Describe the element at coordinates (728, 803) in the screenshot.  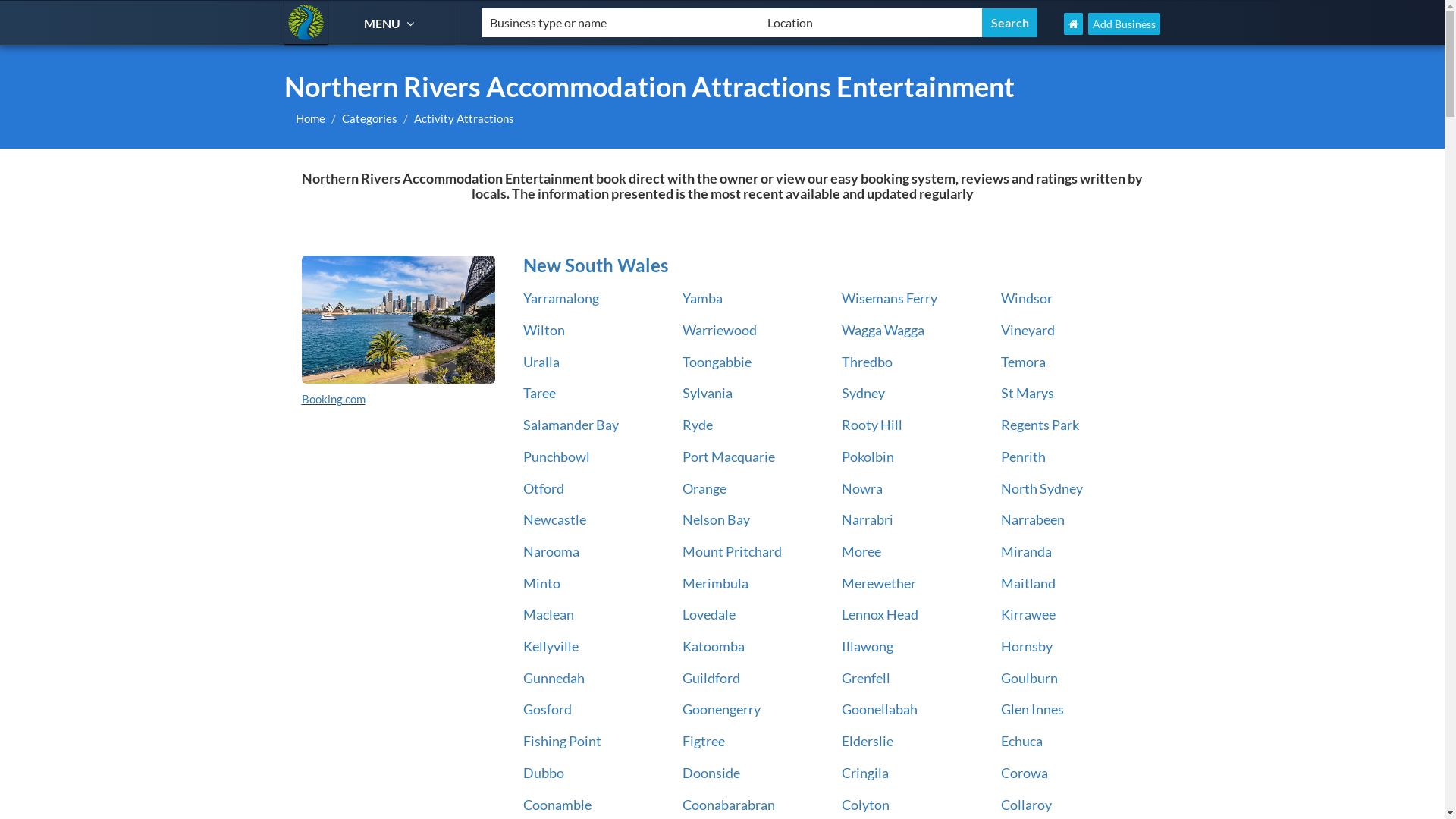
I see `'Coonabarabran'` at that location.